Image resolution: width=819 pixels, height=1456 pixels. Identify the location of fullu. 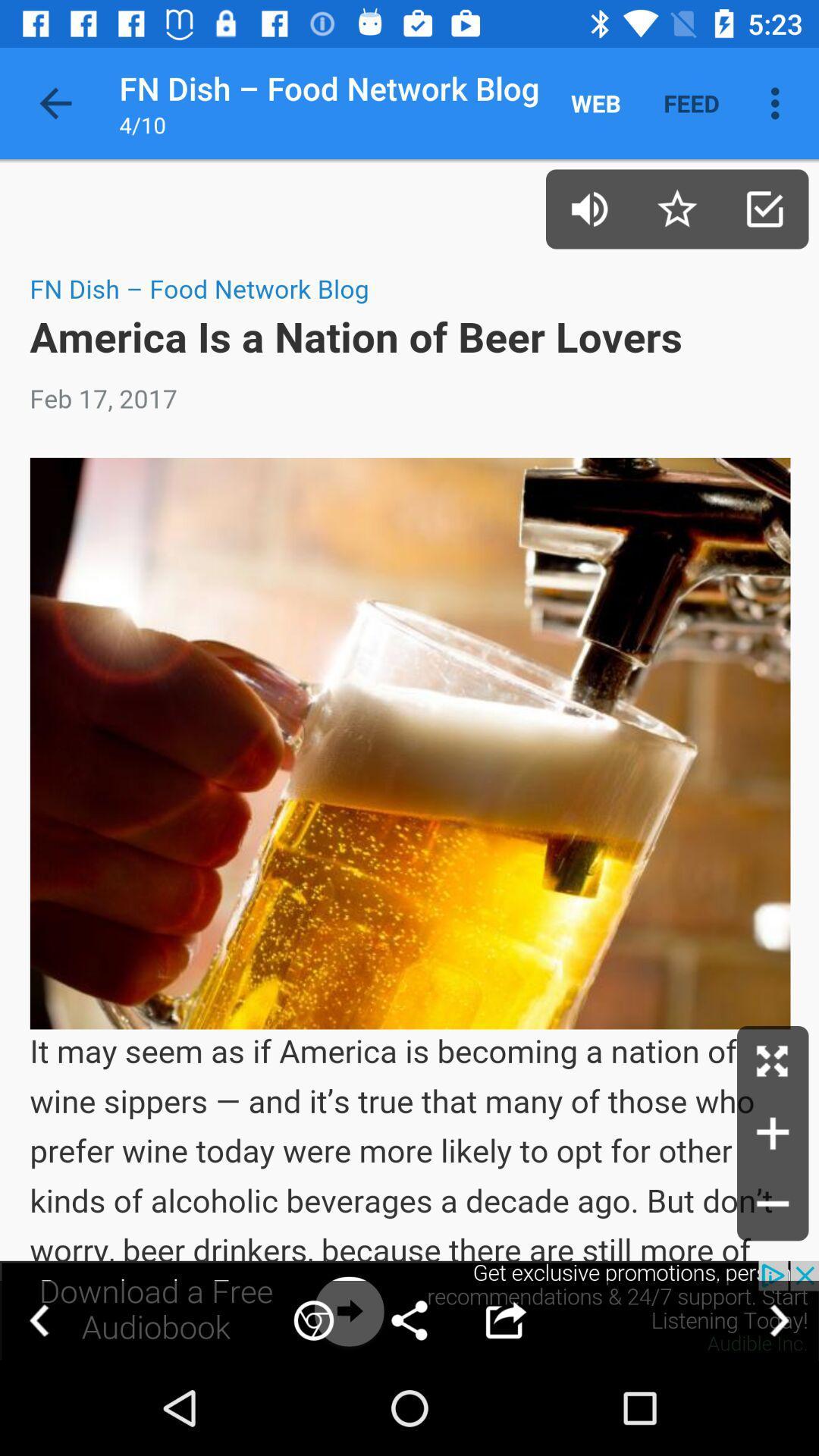
(773, 1061).